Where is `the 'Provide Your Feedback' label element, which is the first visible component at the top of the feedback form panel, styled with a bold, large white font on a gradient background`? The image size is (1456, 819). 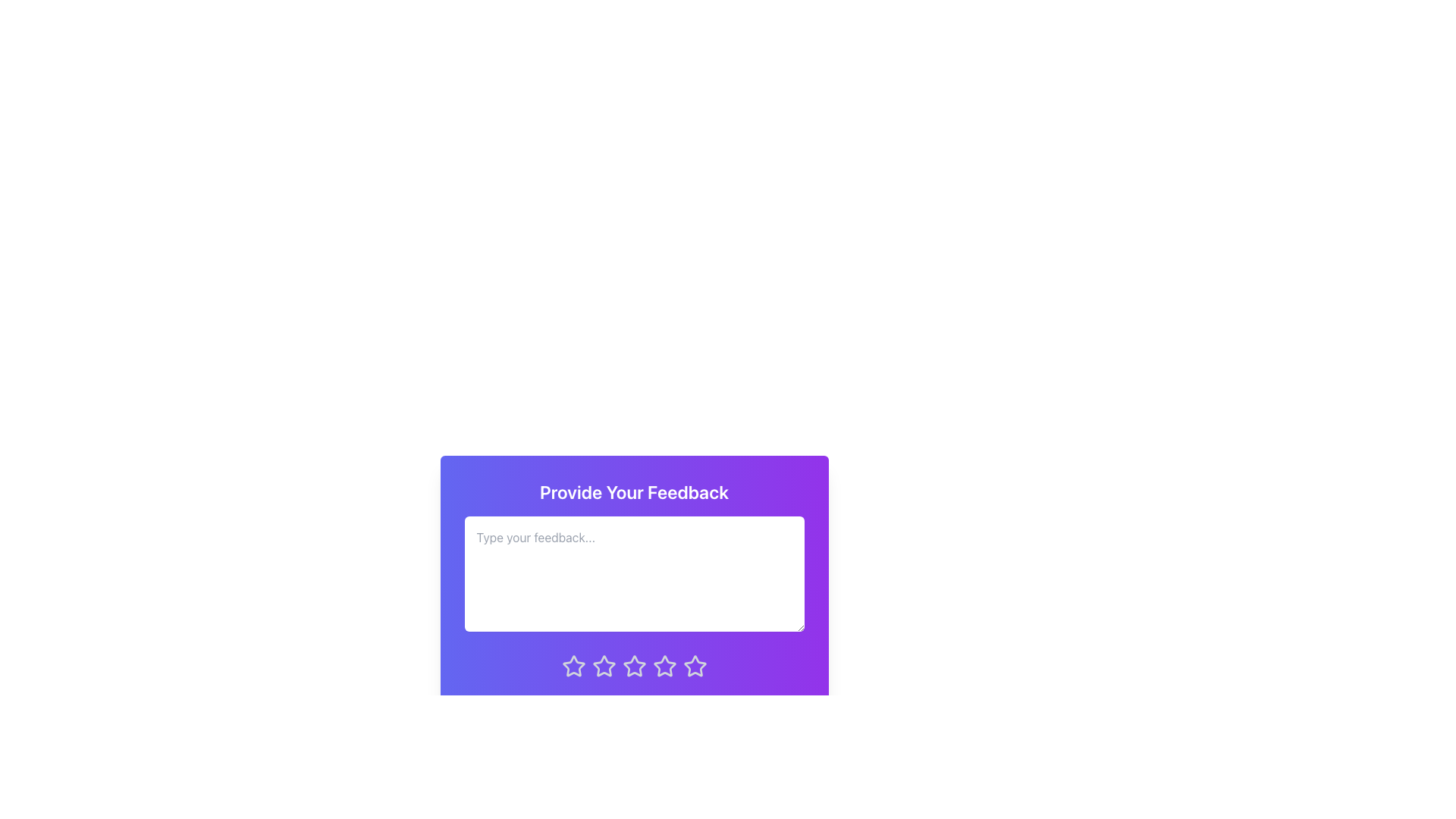
the 'Provide Your Feedback' label element, which is the first visible component at the top of the feedback form panel, styled with a bold, large white font on a gradient background is located at coordinates (634, 491).